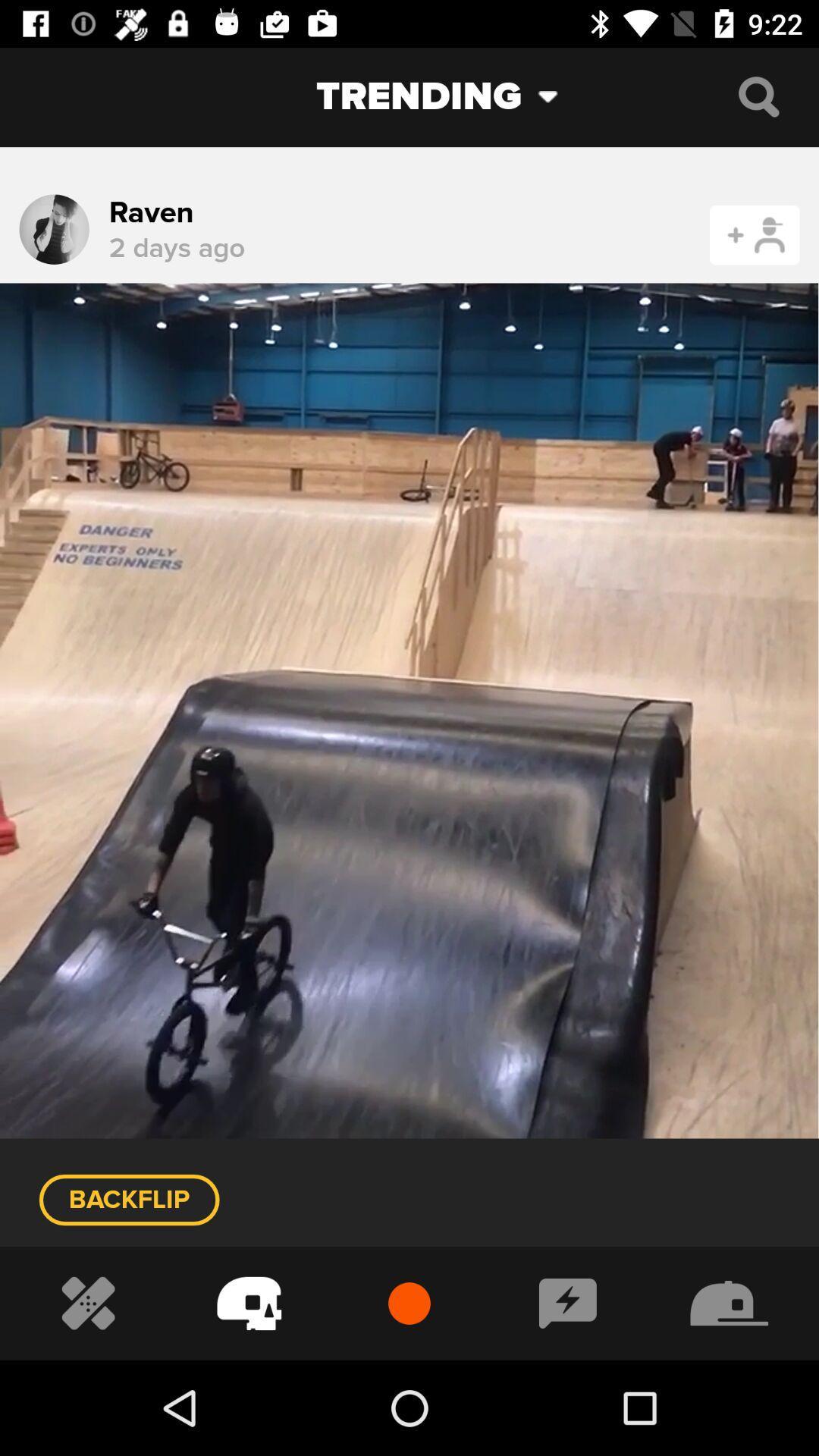 The width and height of the screenshot is (819, 1456). Describe the element at coordinates (560, 96) in the screenshot. I see `the expand_more icon` at that location.